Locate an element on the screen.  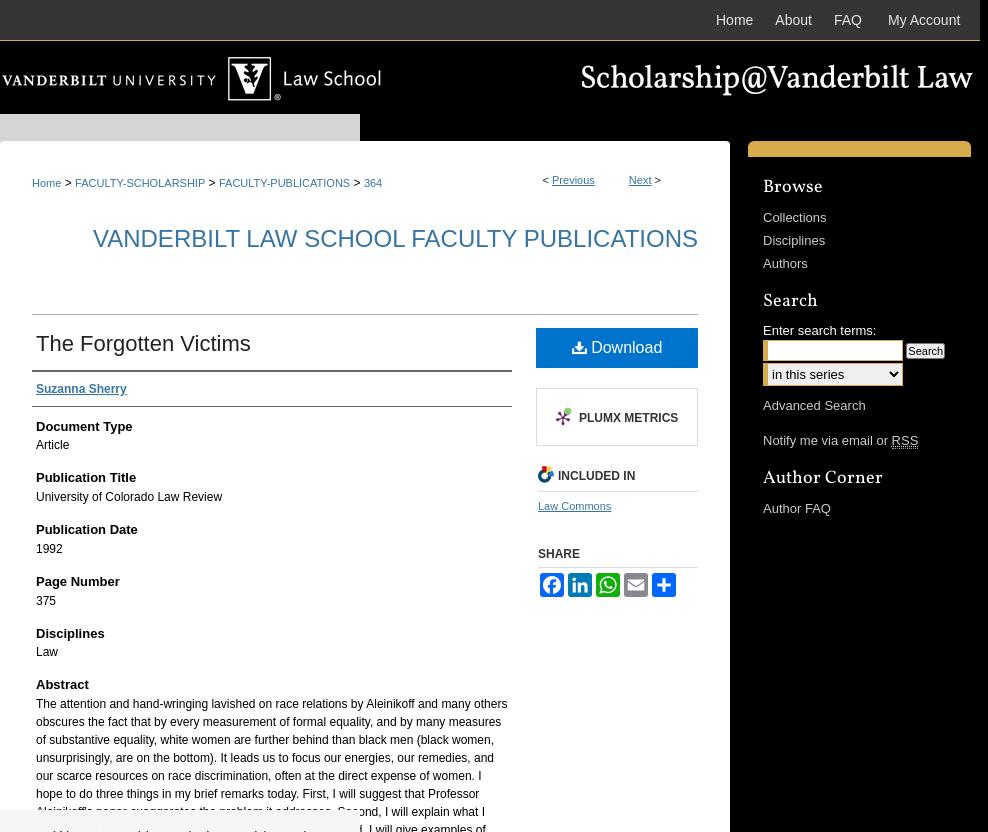
'Law' is located at coordinates (46, 652).